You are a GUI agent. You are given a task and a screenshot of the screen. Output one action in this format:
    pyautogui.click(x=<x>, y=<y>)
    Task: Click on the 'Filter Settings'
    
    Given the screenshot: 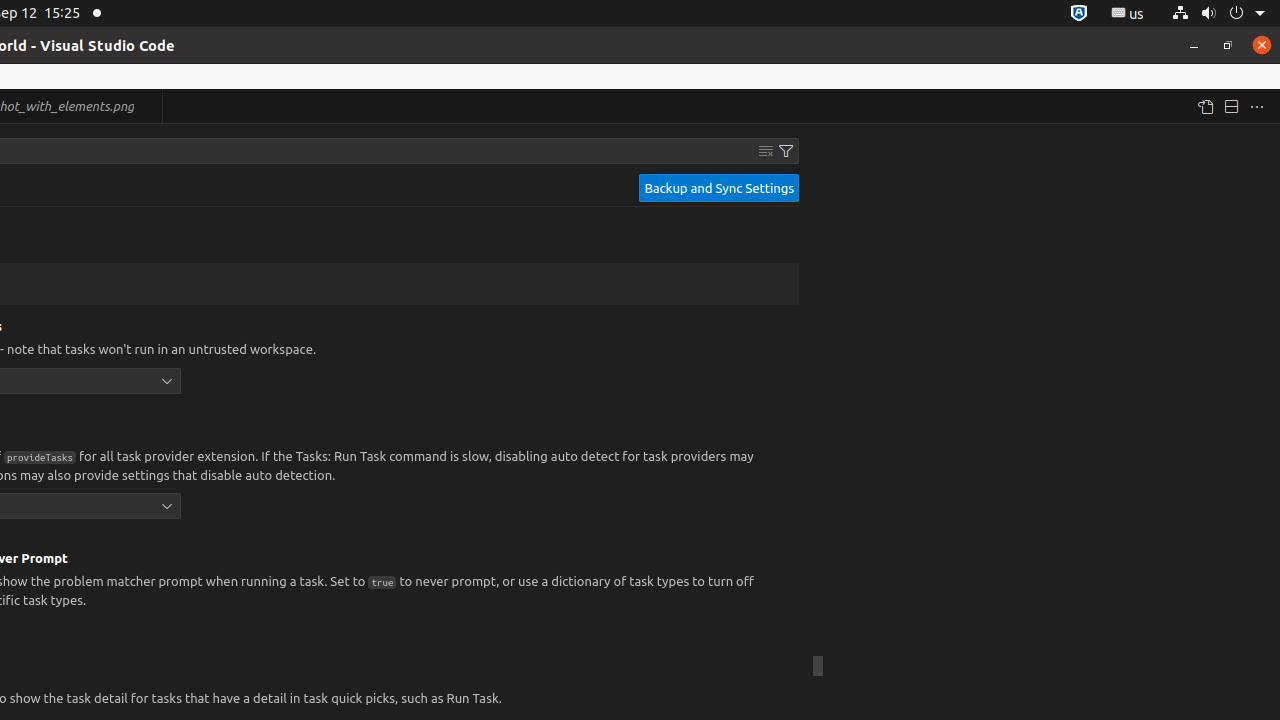 What is the action you would take?
    pyautogui.click(x=785, y=149)
    